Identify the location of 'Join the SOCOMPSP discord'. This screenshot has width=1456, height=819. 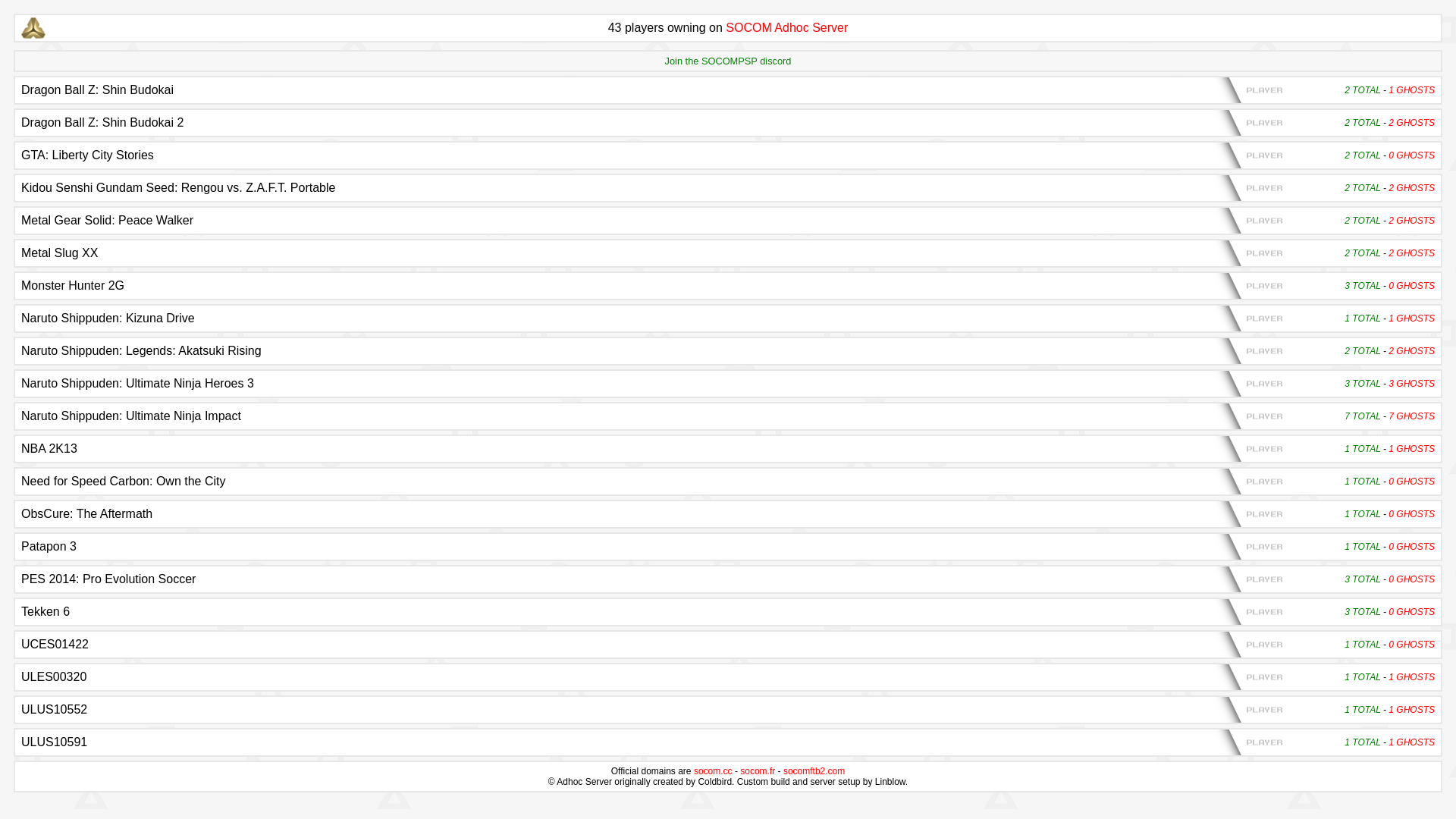
(728, 60).